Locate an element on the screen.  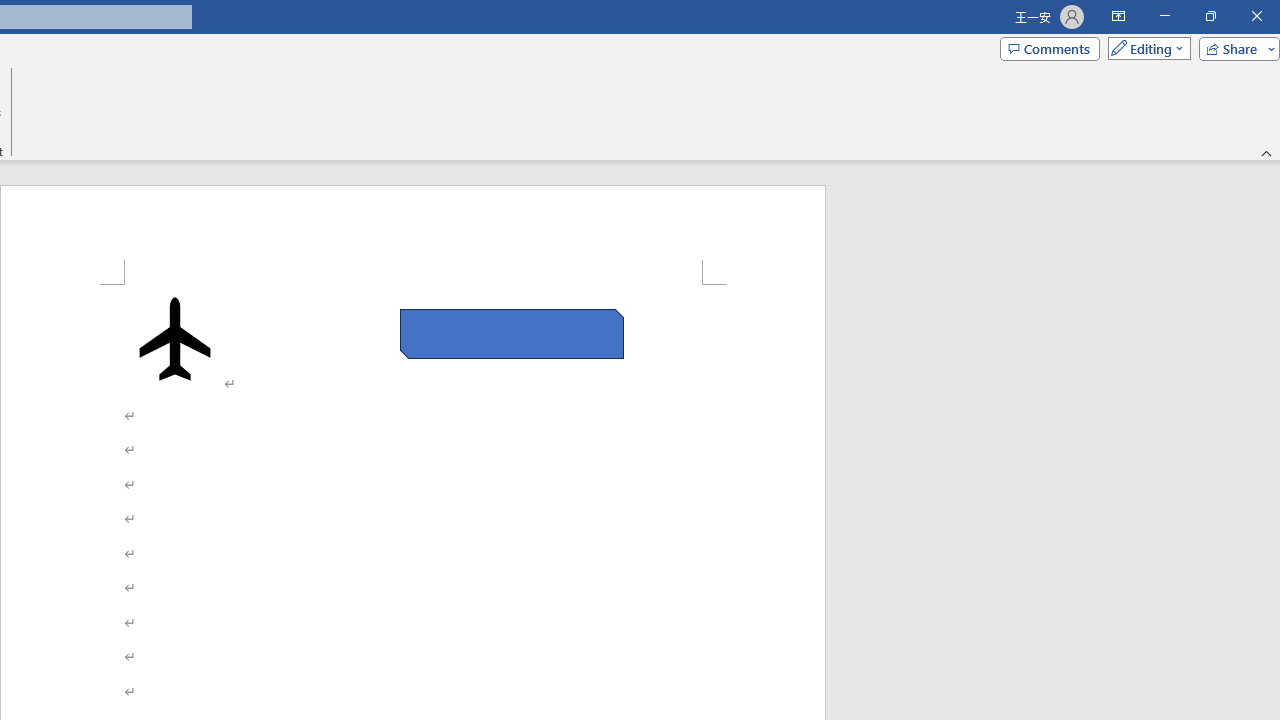
'Close' is located at coordinates (1255, 16).